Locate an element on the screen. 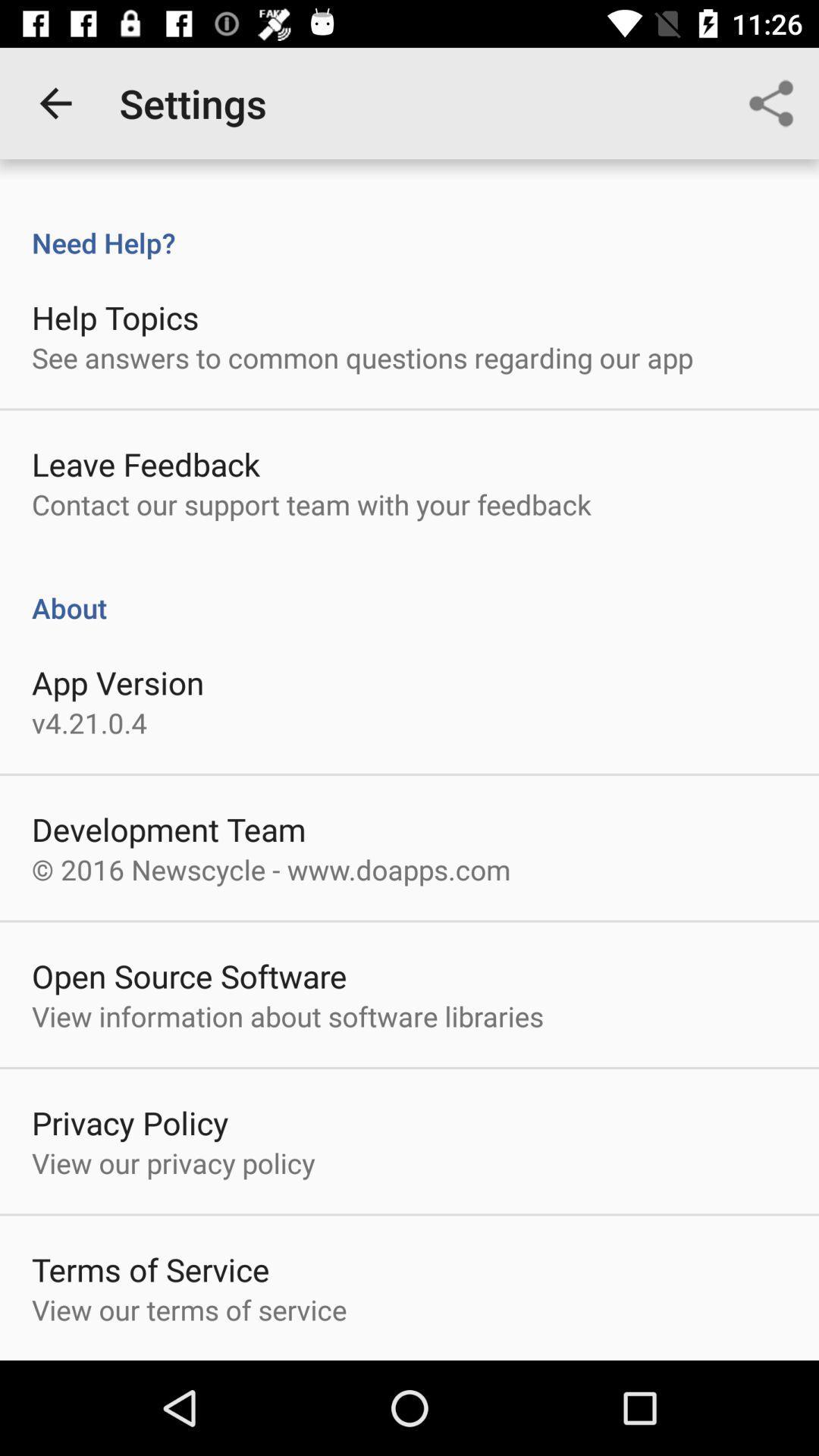 The width and height of the screenshot is (819, 1456). the open source software icon is located at coordinates (188, 975).